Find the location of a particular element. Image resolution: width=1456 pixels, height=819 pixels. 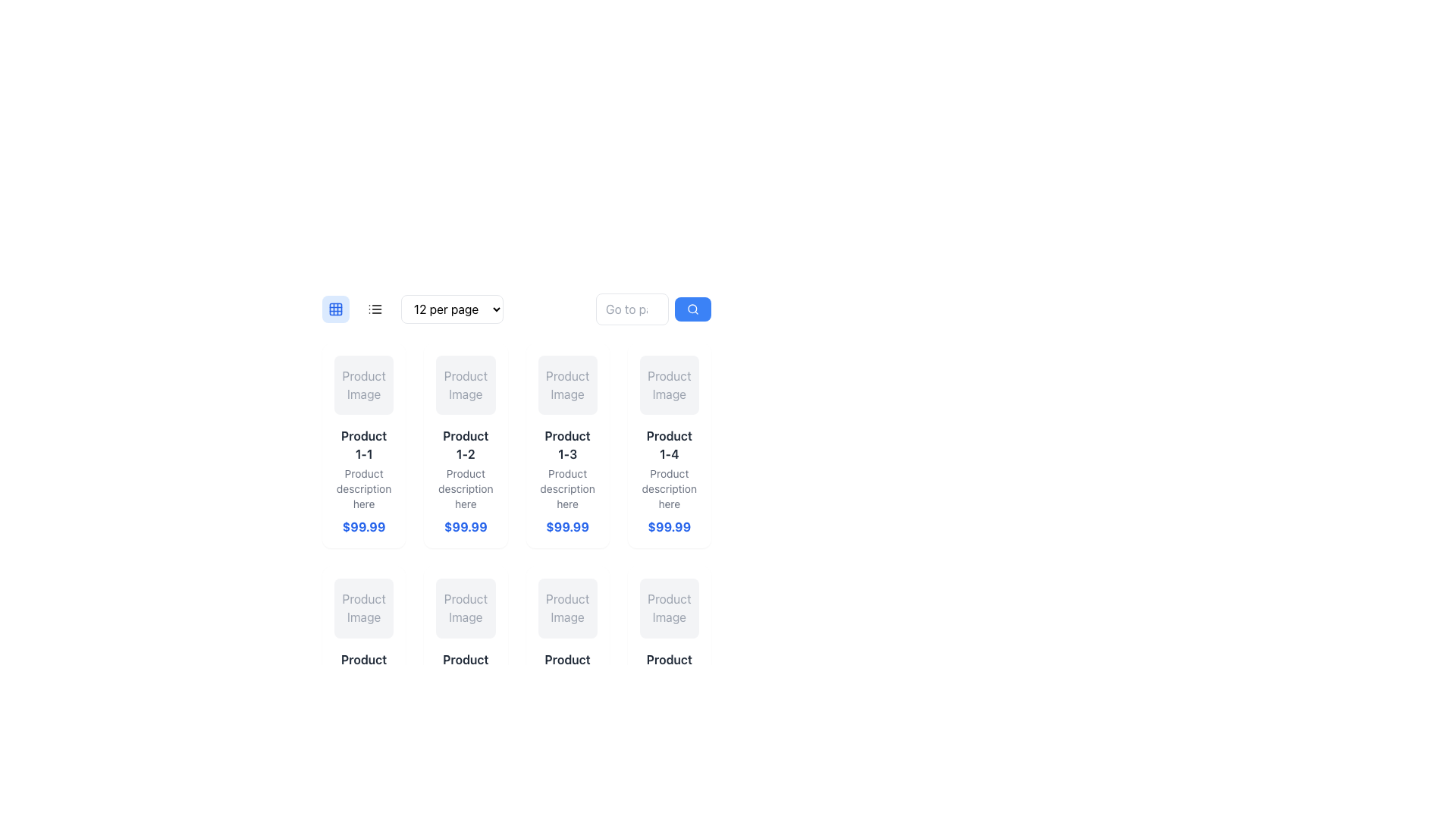

the informational text label located below the title 'Product 1-4' and above the price '$99.99' in the product grid layout is located at coordinates (668, 489).